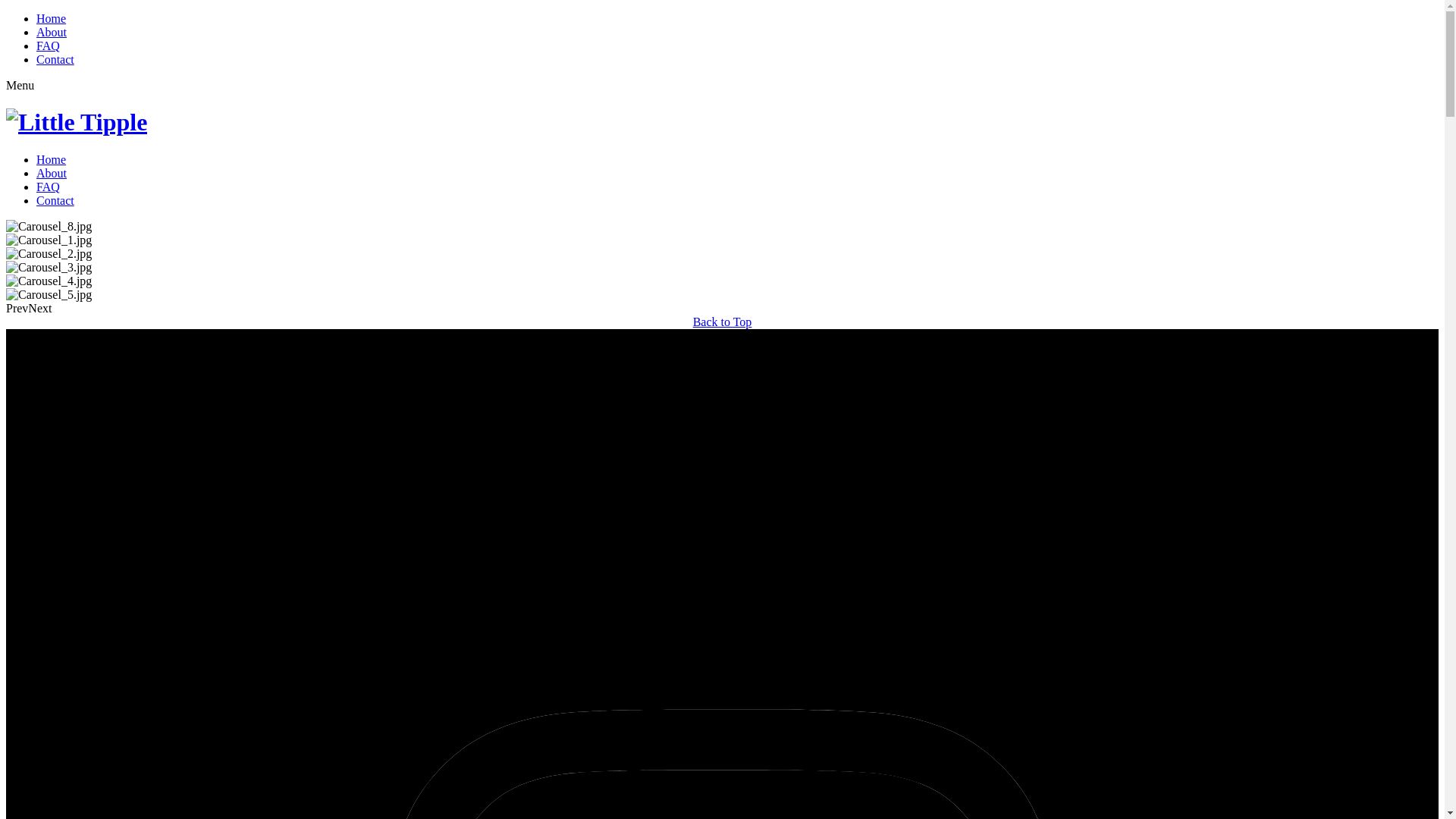 This screenshot has width=1456, height=819. What do you see at coordinates (51, 32) in the screenshot?
I see `'About'` at bounding box center [51, 32].